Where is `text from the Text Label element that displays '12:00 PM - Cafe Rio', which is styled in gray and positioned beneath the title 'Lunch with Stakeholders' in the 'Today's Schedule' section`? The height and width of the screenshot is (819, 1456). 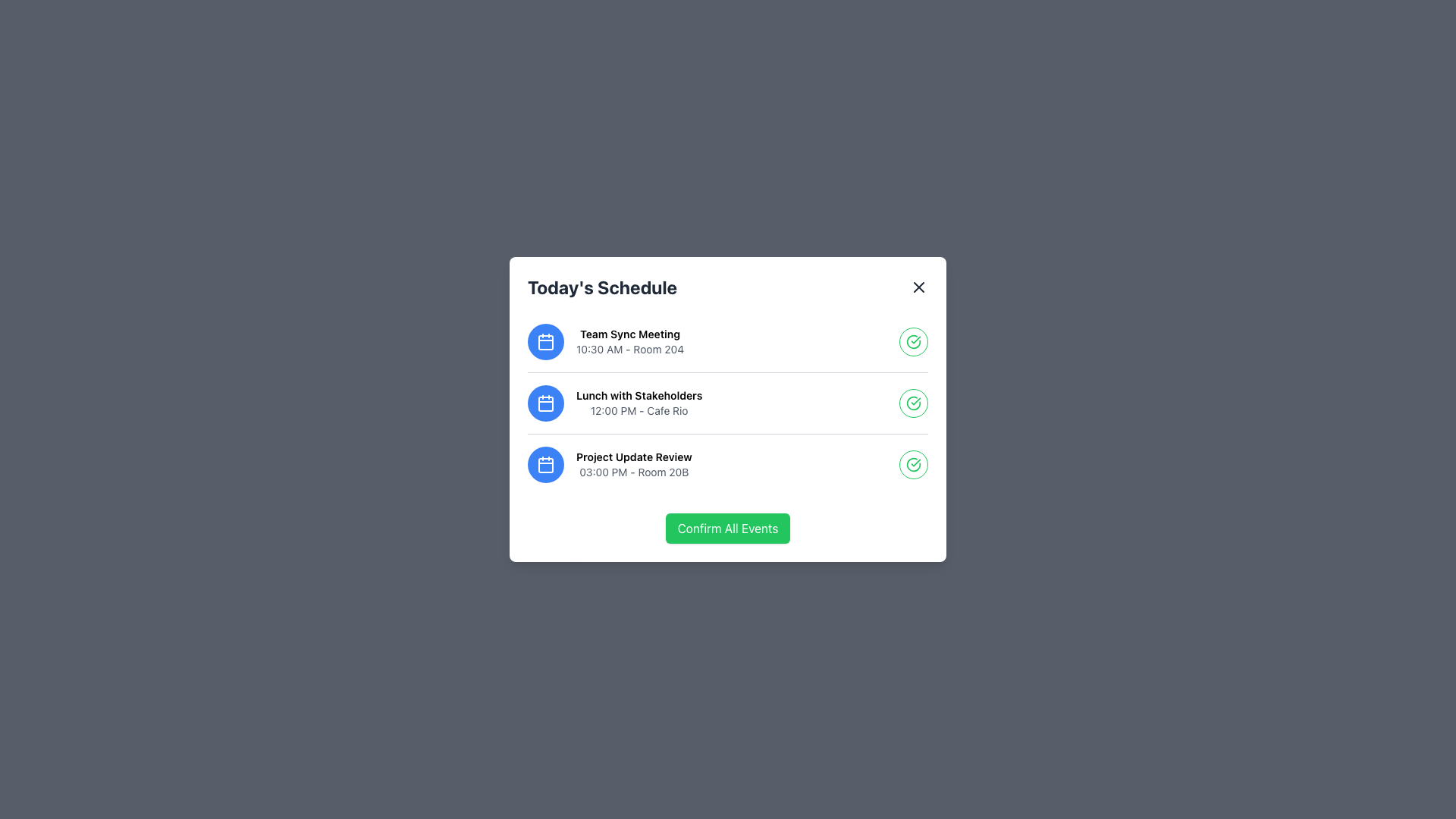
text from the Text Label element that displays '12:00 PM - Cafe Rio', which is styled in gray and positioned beneath the title 'Lunch with Stakeholders' in the 'Today's Schedule' section is located at coordinates (639, 411).